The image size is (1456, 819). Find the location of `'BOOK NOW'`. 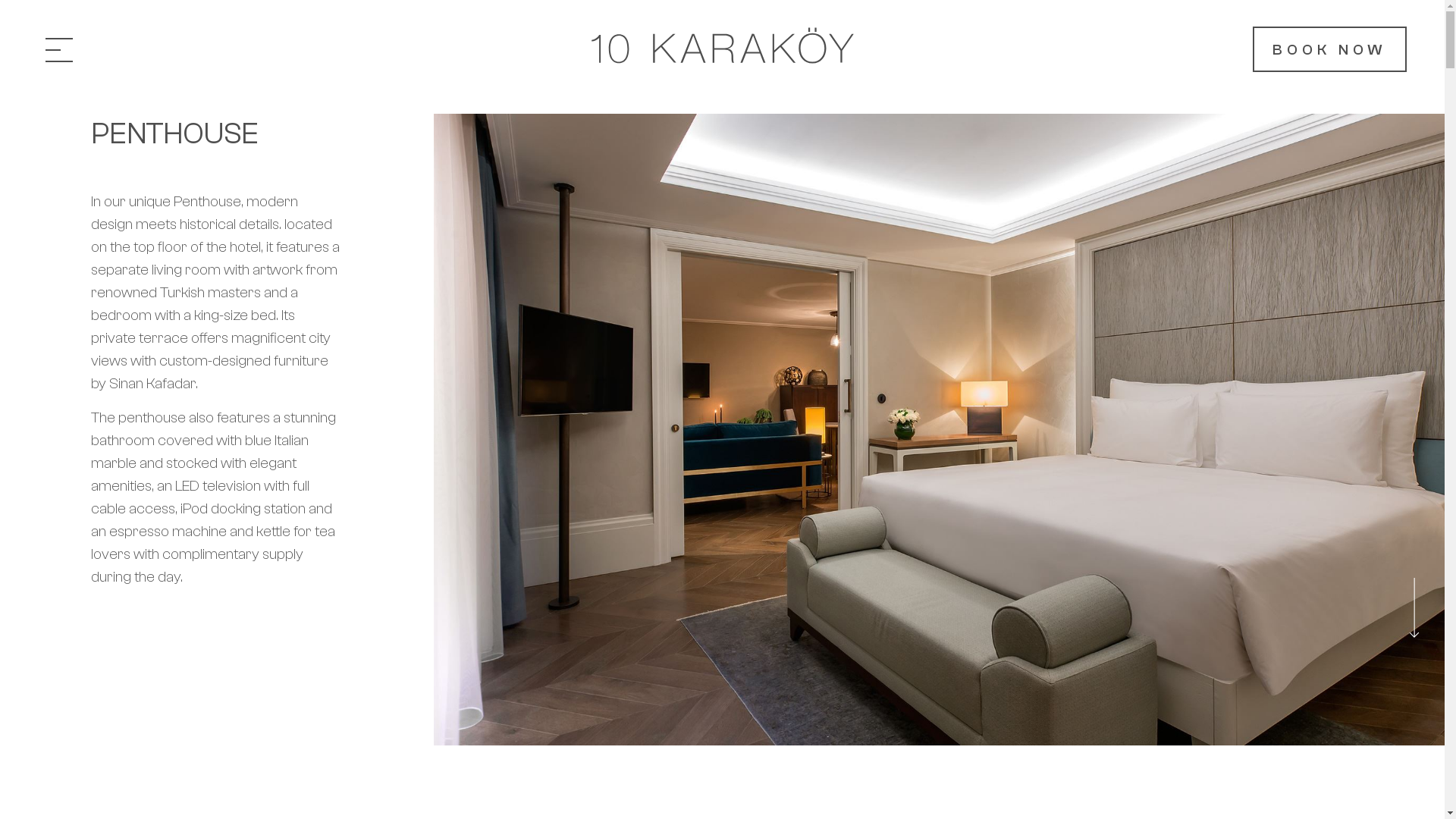

'BOOK NOW' is located at coordinates (1329, 49).